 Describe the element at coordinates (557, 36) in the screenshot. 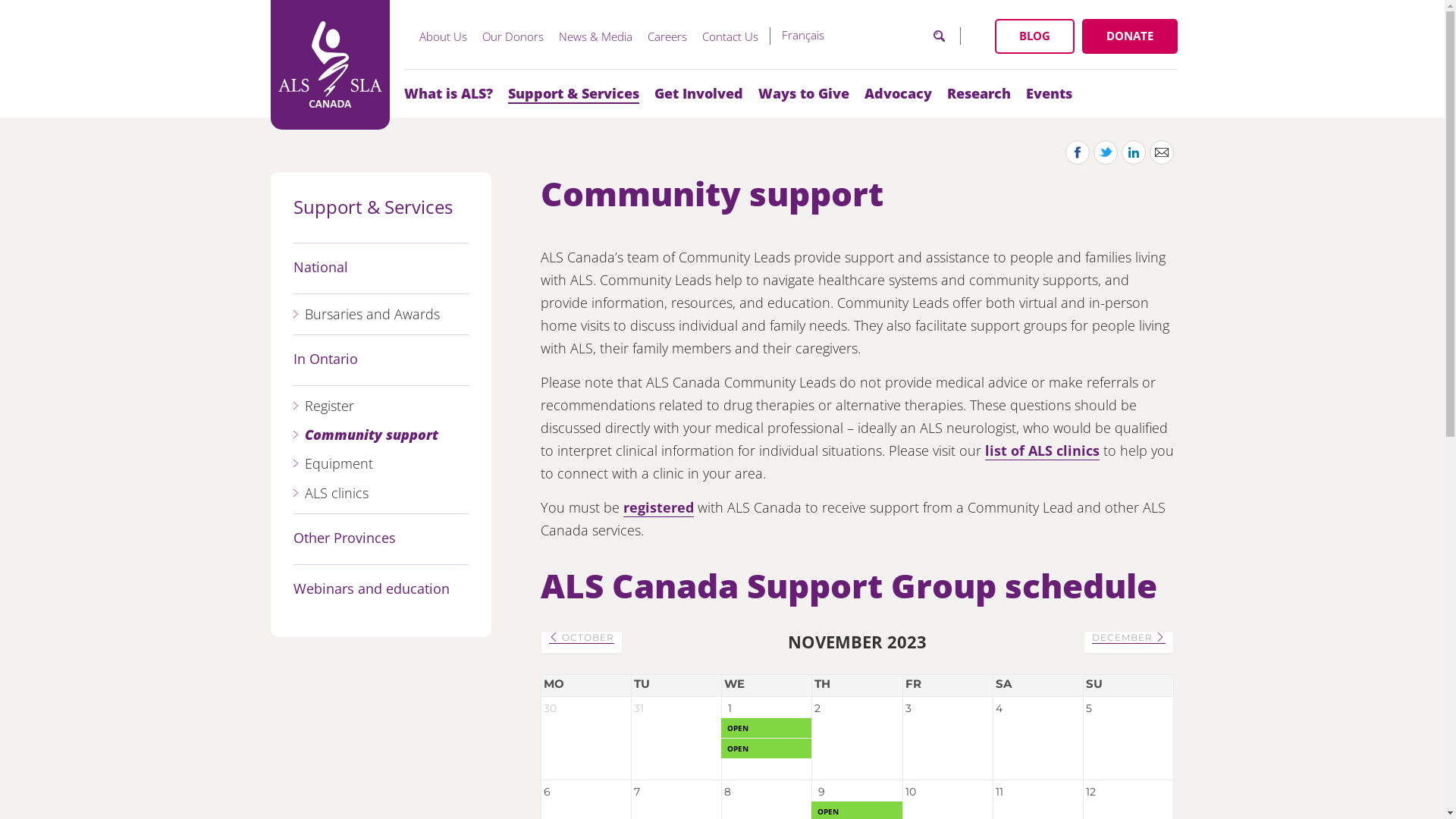

I see `'News & Media'` at that location.